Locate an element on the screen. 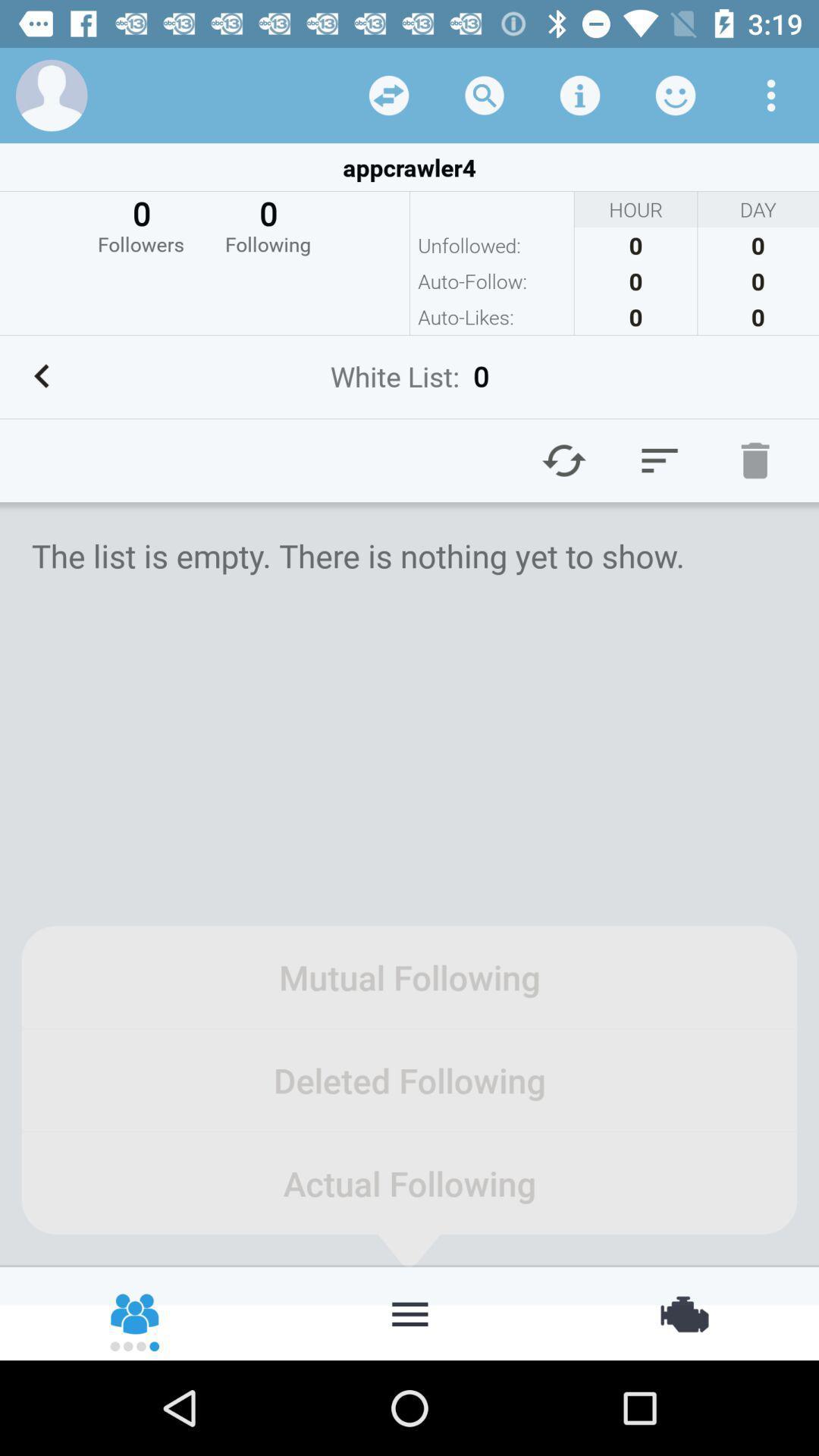 This screenshot has width=819, height=1456. back to home is located at coordinates (409, 1312).